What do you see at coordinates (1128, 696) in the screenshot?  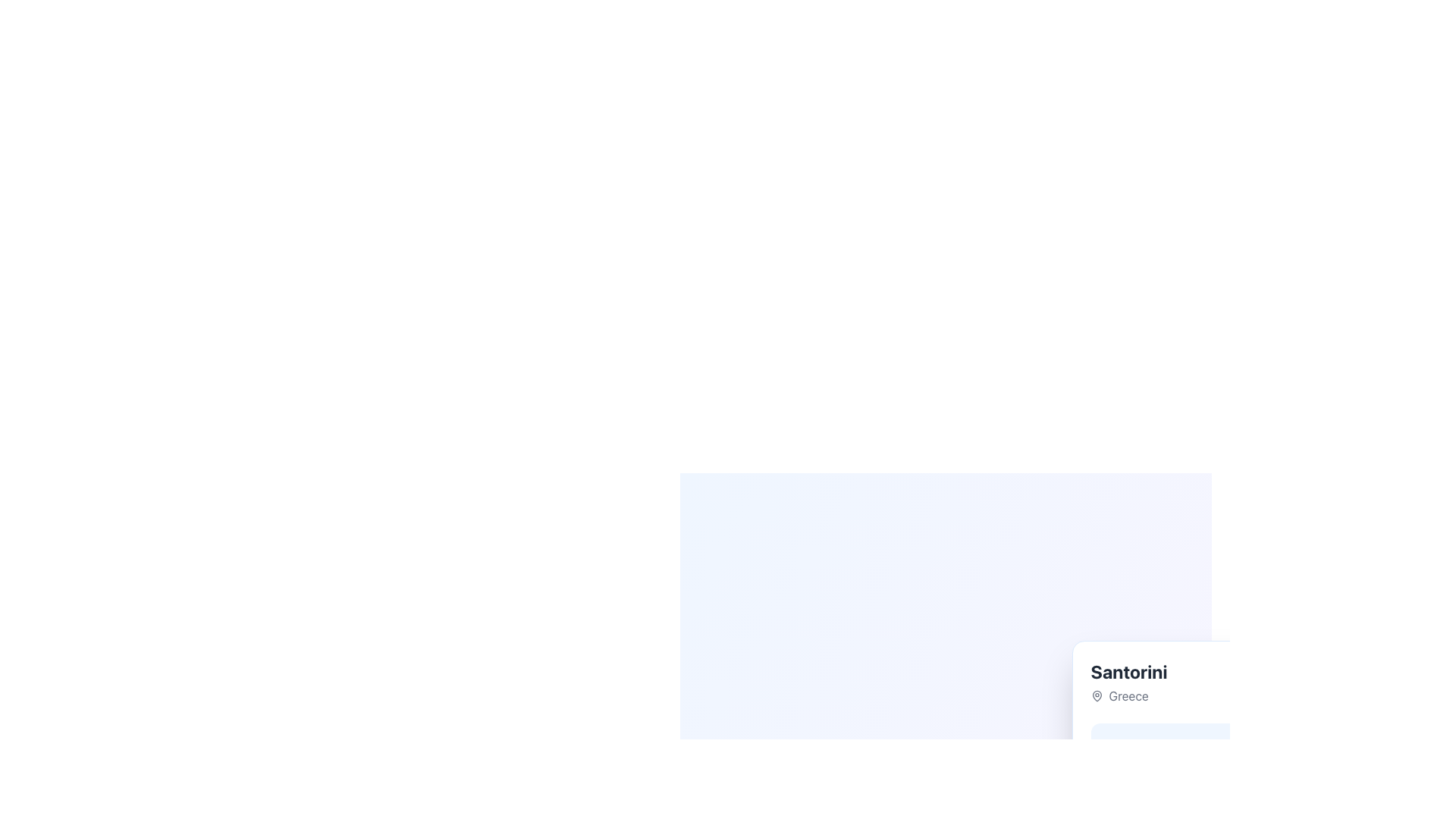 I see `text label displaying 'Greece' located at the bottom-right corner of the interface, adjacent to a map pin icon and below 'Santorini'` at bounding box center [1128, 696].